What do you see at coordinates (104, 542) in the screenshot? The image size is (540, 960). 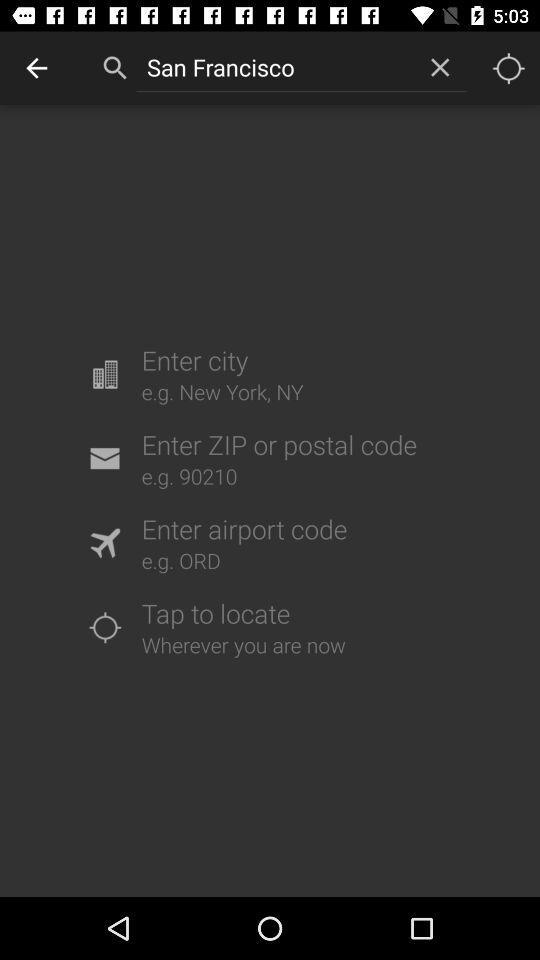 I see `the flight icon on the web page` at bounding box center [104, 542].